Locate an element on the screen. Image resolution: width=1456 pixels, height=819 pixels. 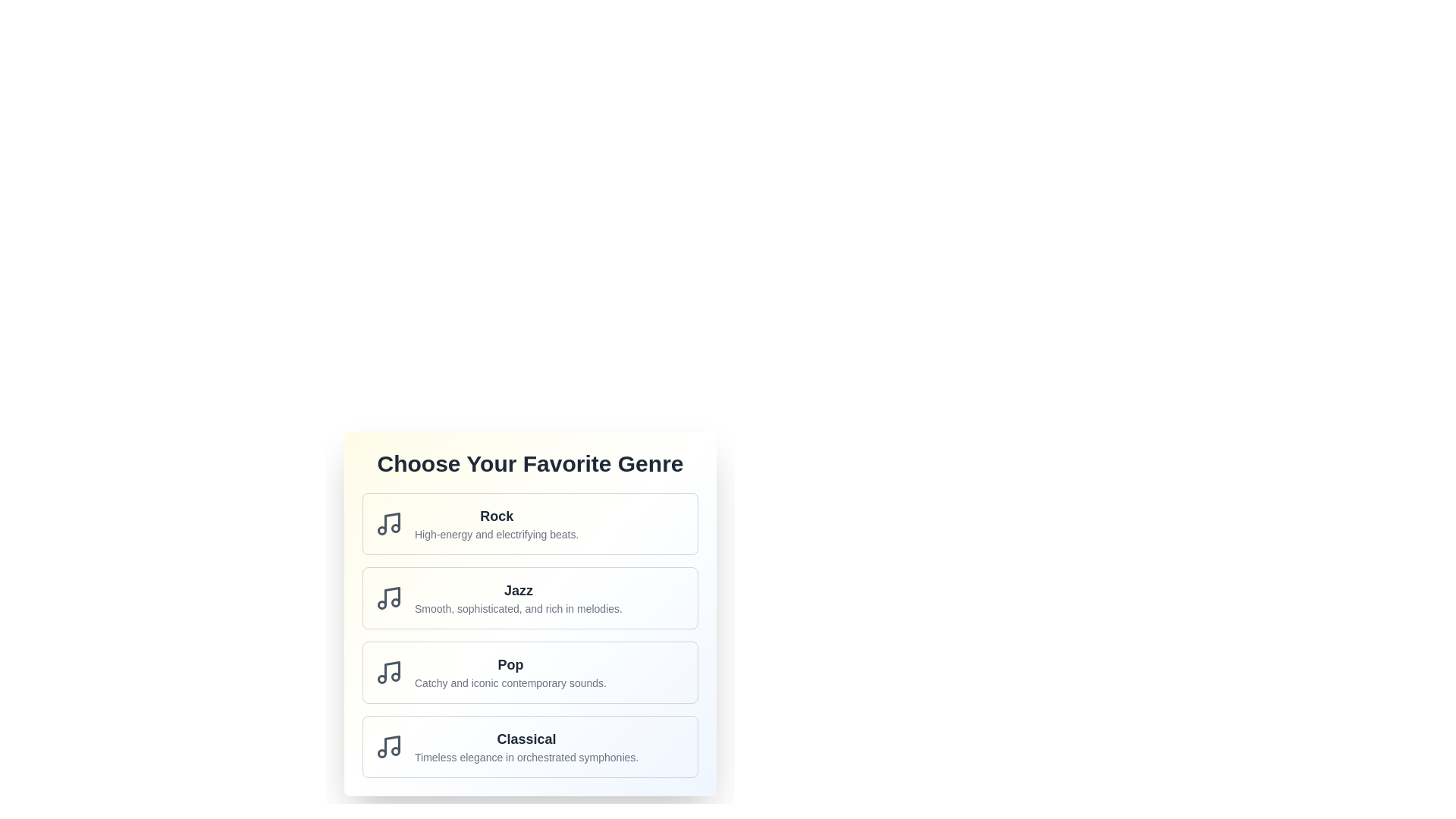
to select the 'Pop' genre from the vertical list of music genres, which is positioned in the third location of the list, below 'Jazz' and above 'Classical' is located at coordinates (530, 635).